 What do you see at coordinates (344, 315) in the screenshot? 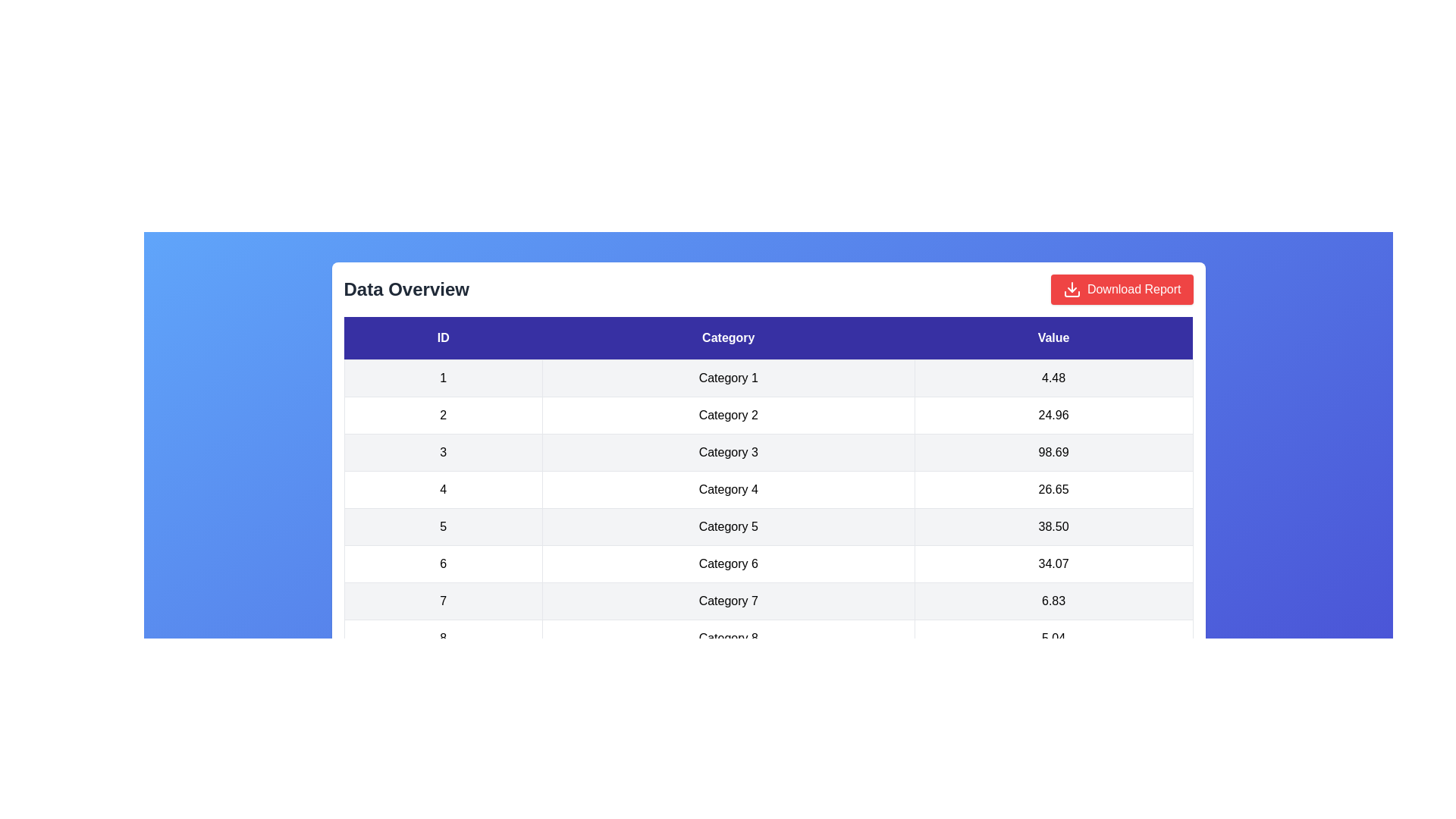
I see `the text in the table header` at bounding box center [344, 315].